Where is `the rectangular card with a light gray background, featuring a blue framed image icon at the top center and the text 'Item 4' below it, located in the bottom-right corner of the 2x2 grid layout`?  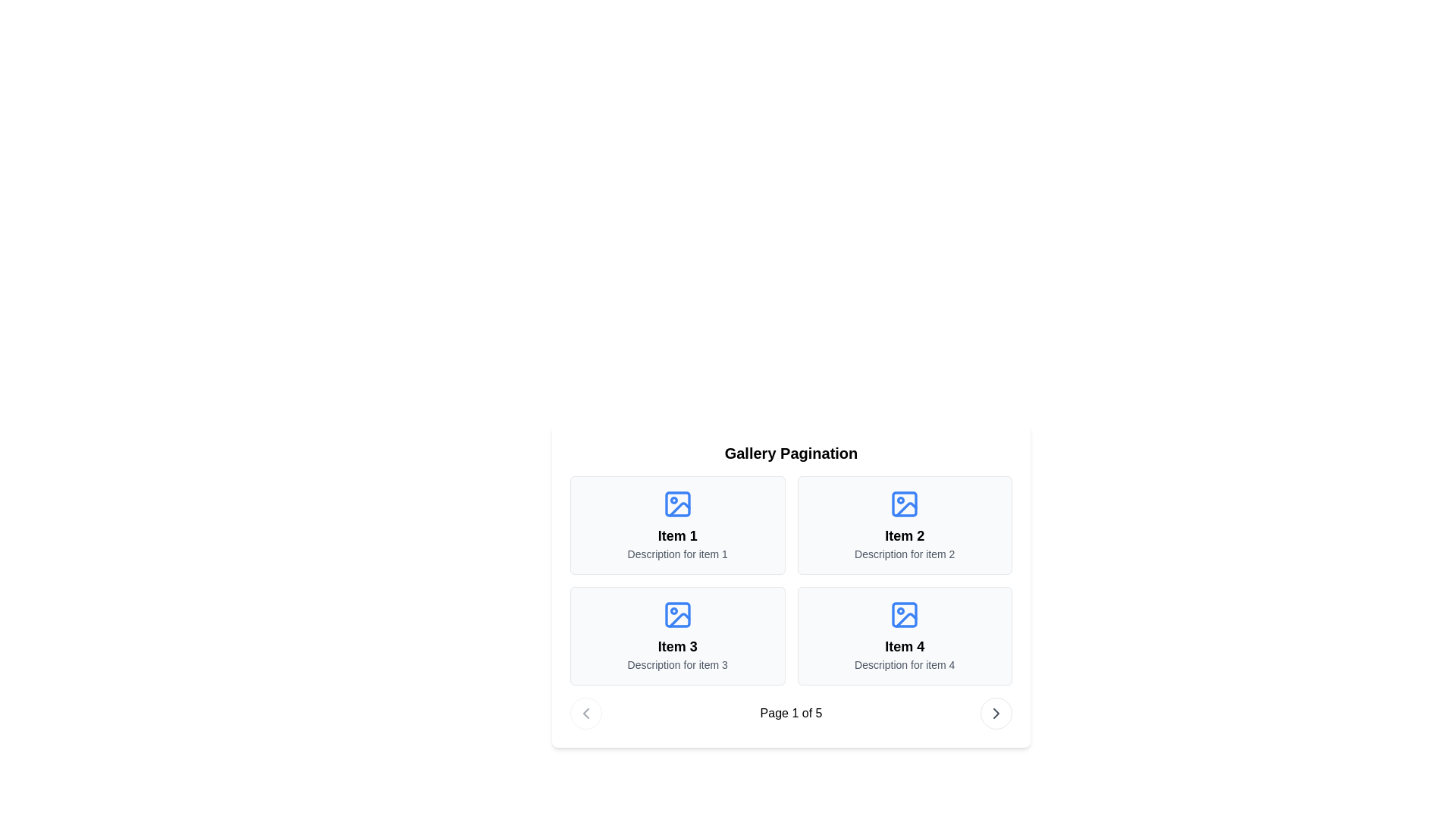
the rectangular card with a light gray background, featuring a blue framed image icon at the top center and the text 'Item 4' below it, located in the bottom-right corner of the 2x2 grid layout is located at coordinates (905, 636).